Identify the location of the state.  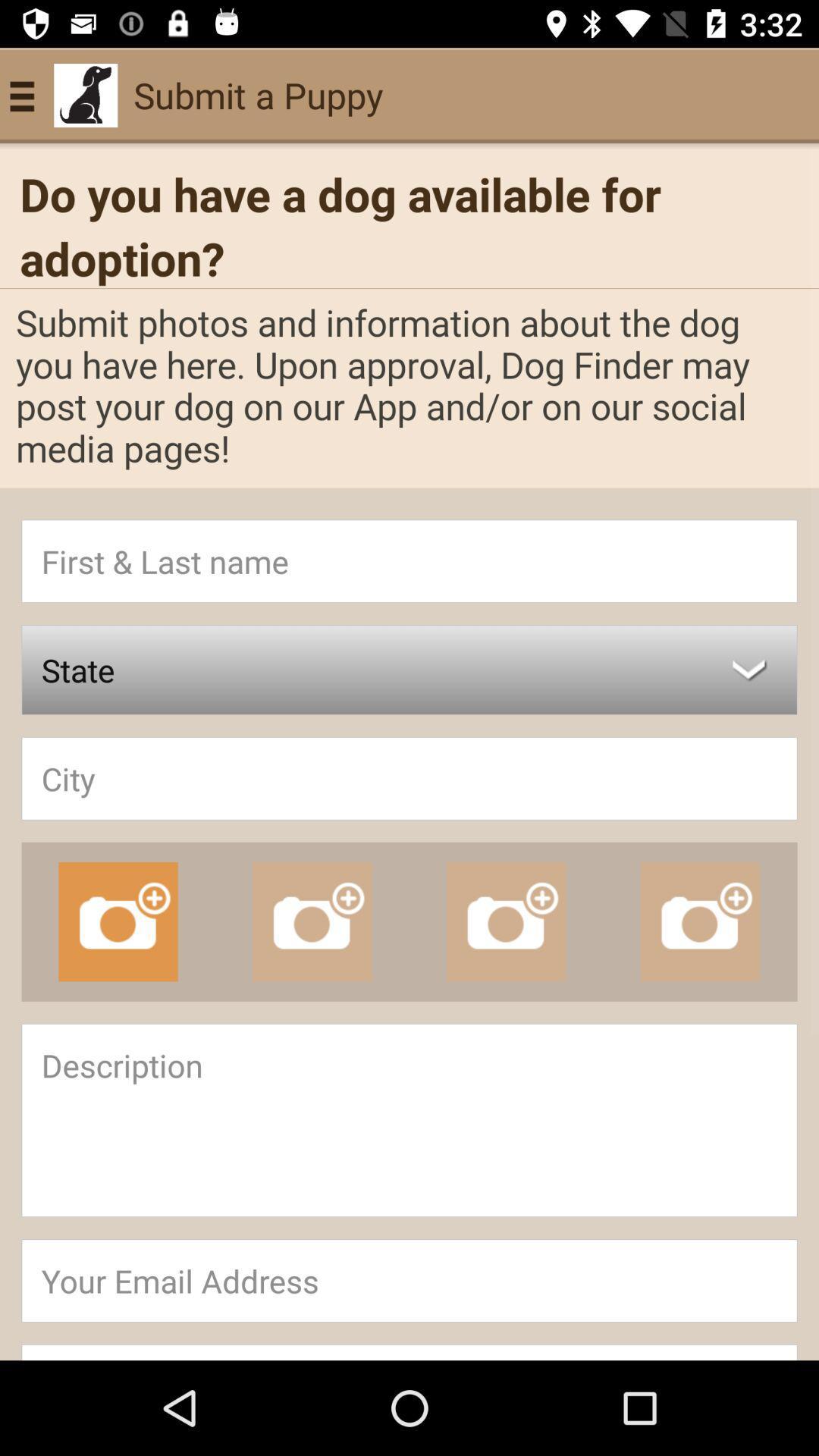
(409, 669).